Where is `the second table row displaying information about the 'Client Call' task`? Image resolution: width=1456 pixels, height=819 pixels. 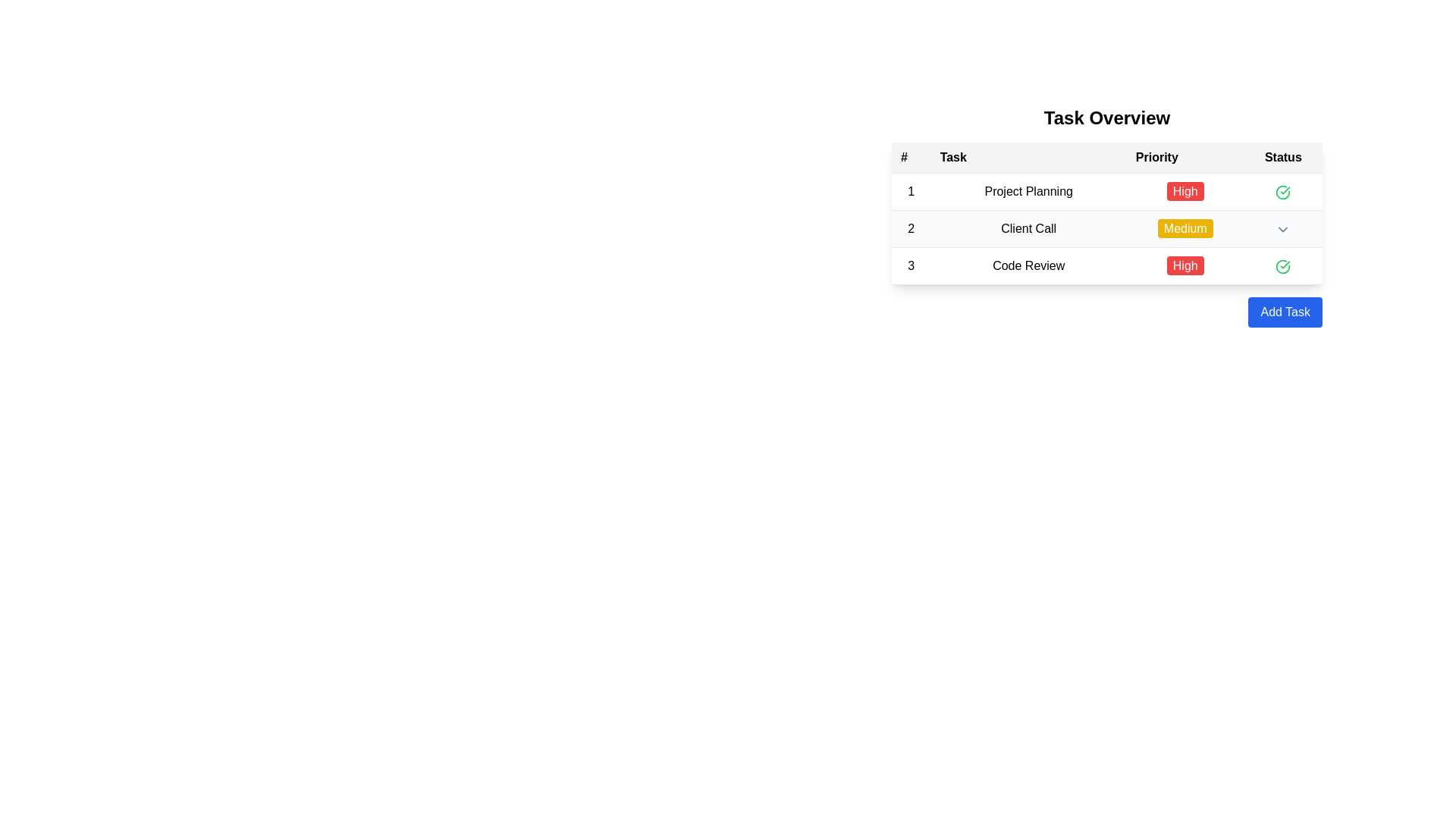 the second table row displaying information about the 'Client Call' task is located at coordinates (1106, 228).